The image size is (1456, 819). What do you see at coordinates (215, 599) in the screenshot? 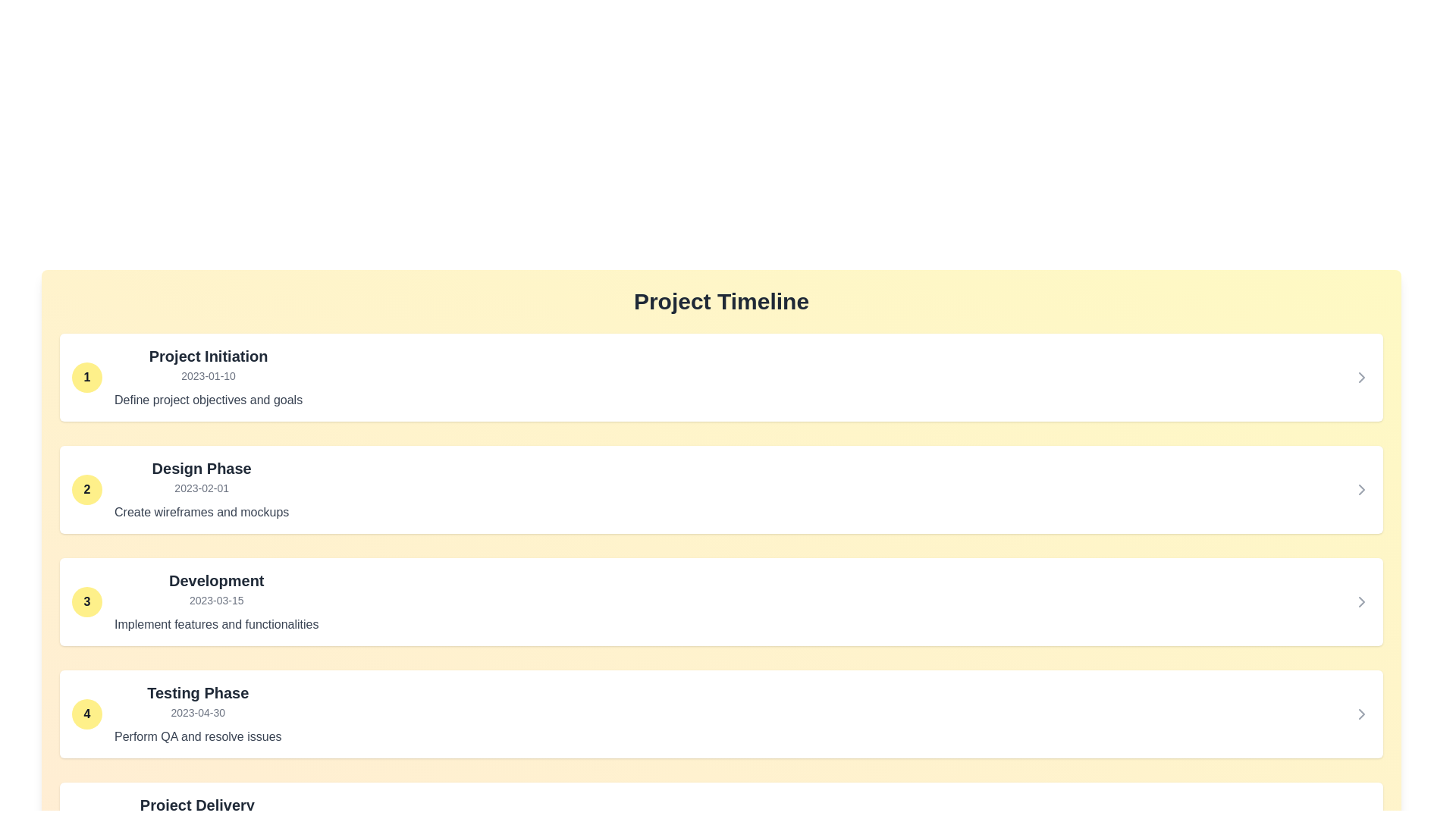
I see `the date text label '2023-03-15', which is displayed in a smaller gray font within the third task card under the 'Development' heading` at bounding box center [215, 599].